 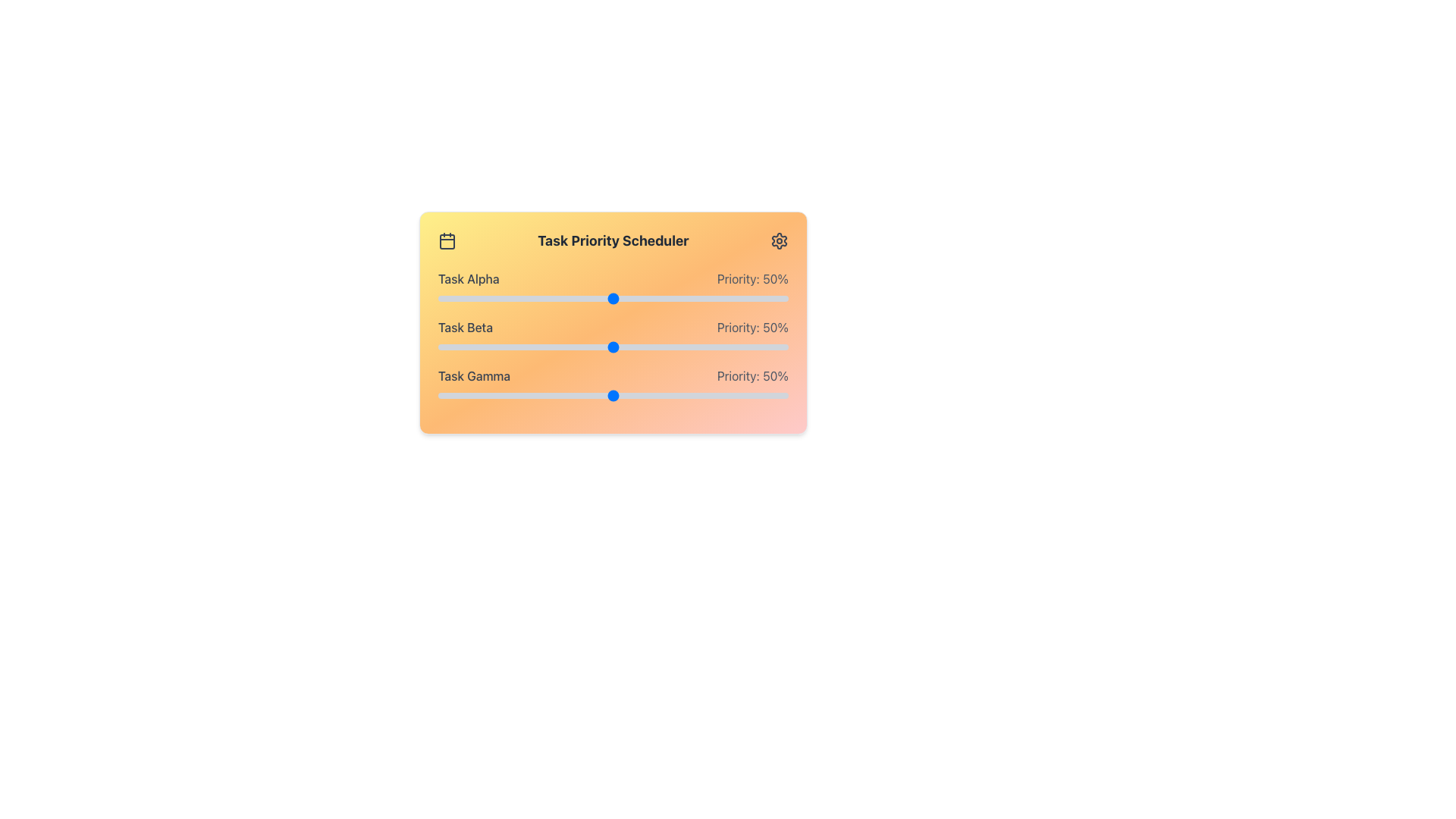 What do you see at coordinates (645, 298) in the screenshot?
I see `task priority` at bounding box center [645, 298].